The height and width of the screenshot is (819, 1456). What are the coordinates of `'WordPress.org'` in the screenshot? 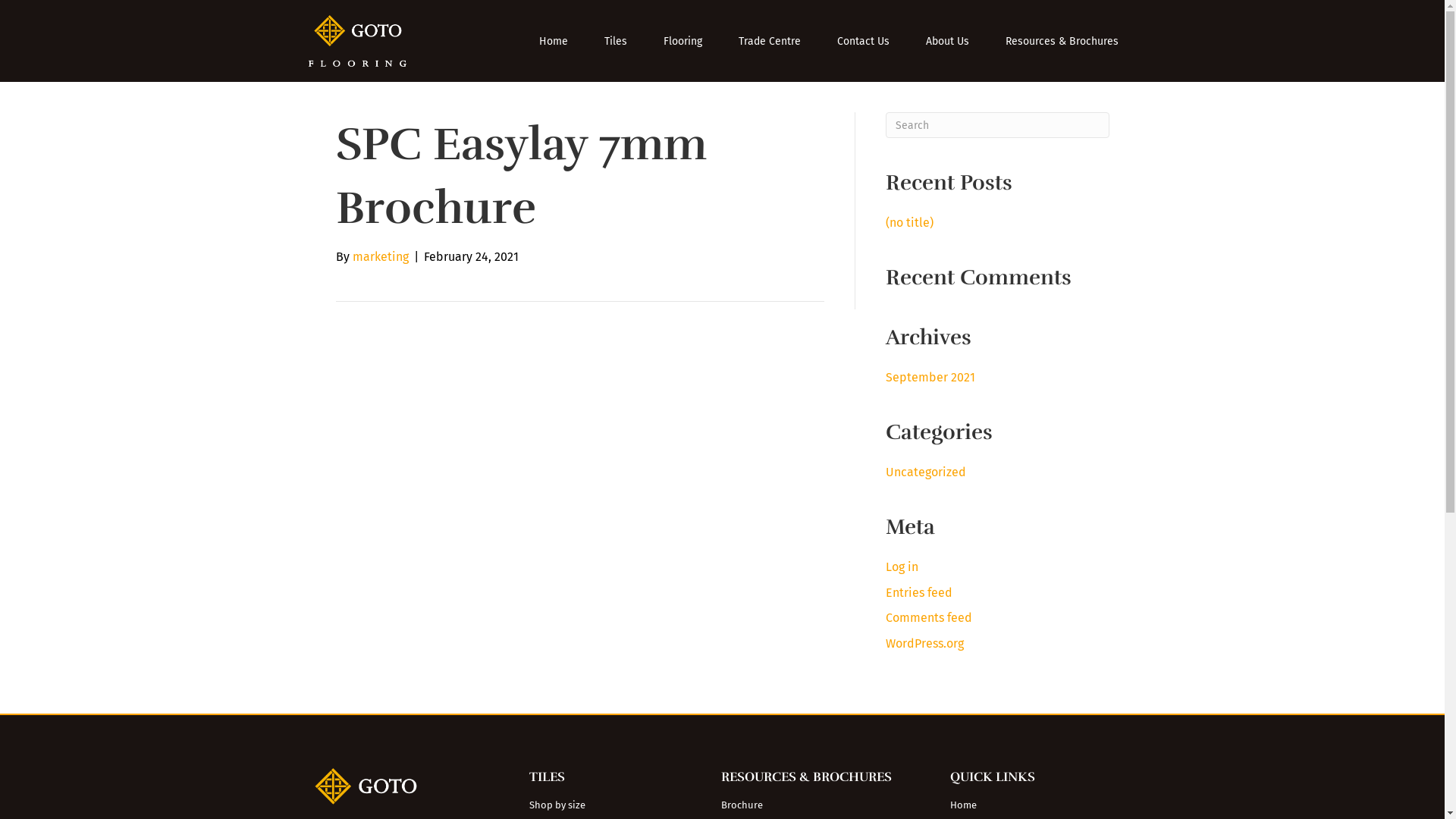 It's located at (885, 643).